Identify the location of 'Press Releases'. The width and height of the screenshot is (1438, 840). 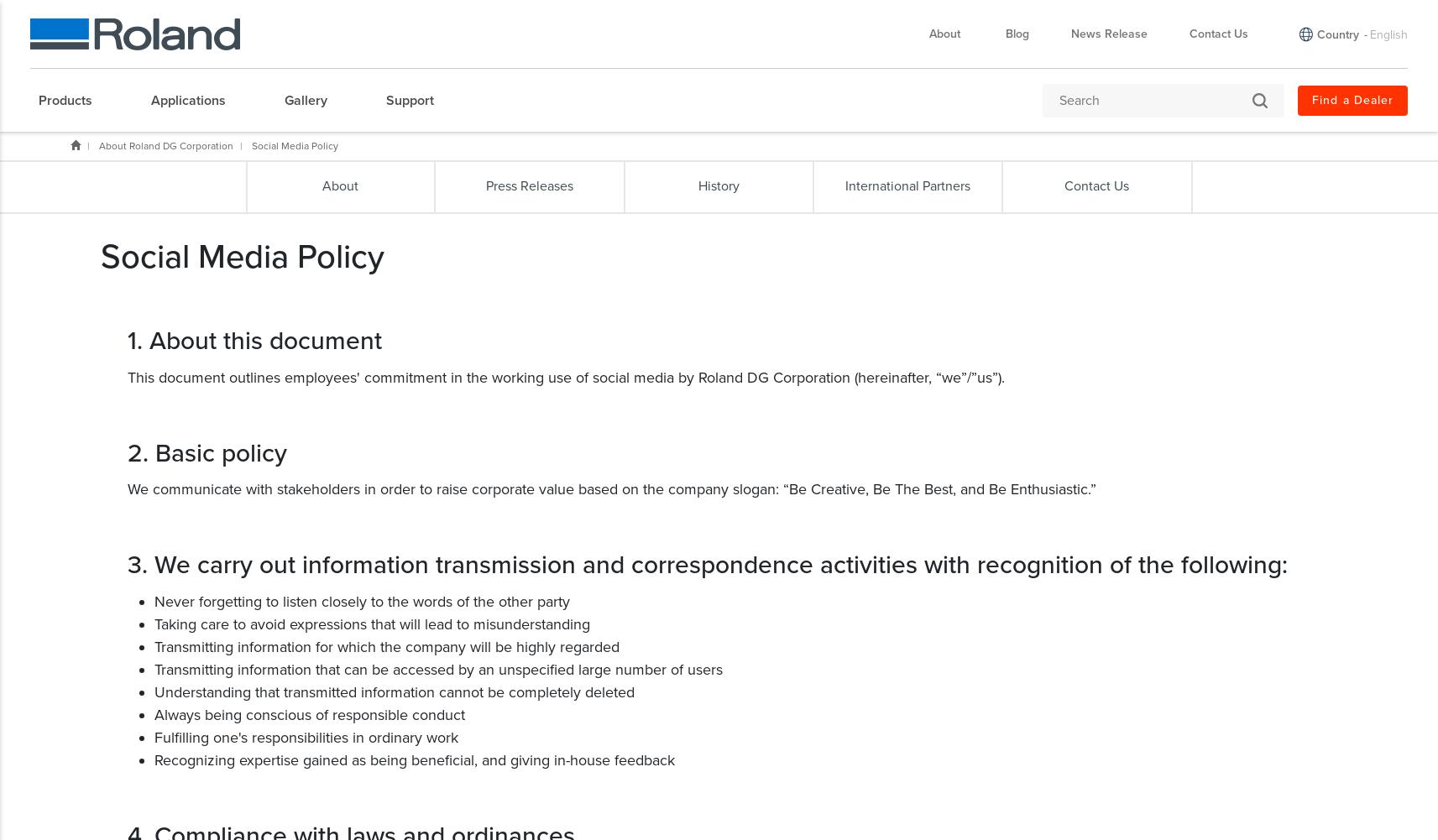
(485, 185).